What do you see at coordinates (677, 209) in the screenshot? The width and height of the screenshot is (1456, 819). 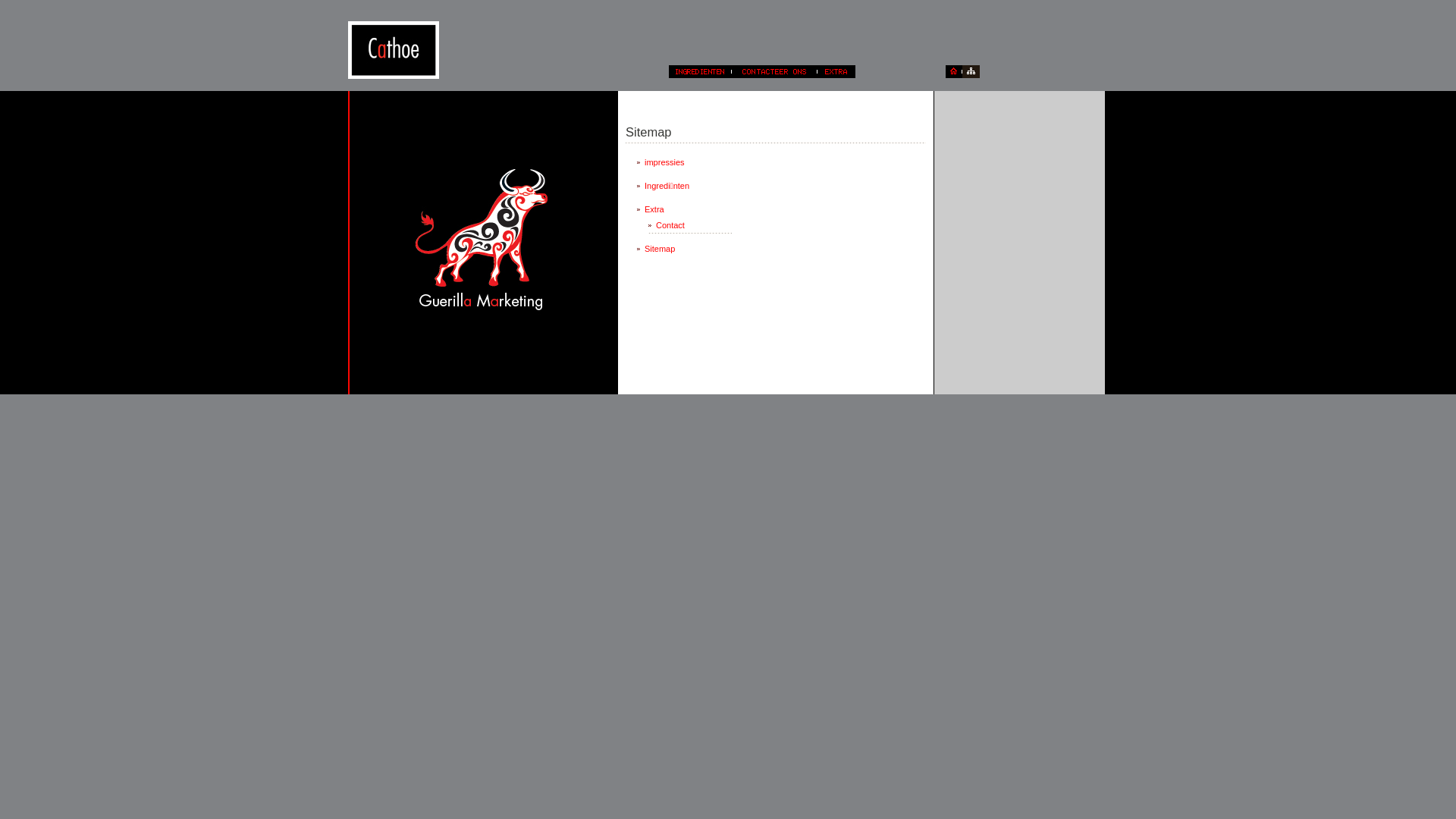 I see `'Extra'` at bounding box center [677, 209].